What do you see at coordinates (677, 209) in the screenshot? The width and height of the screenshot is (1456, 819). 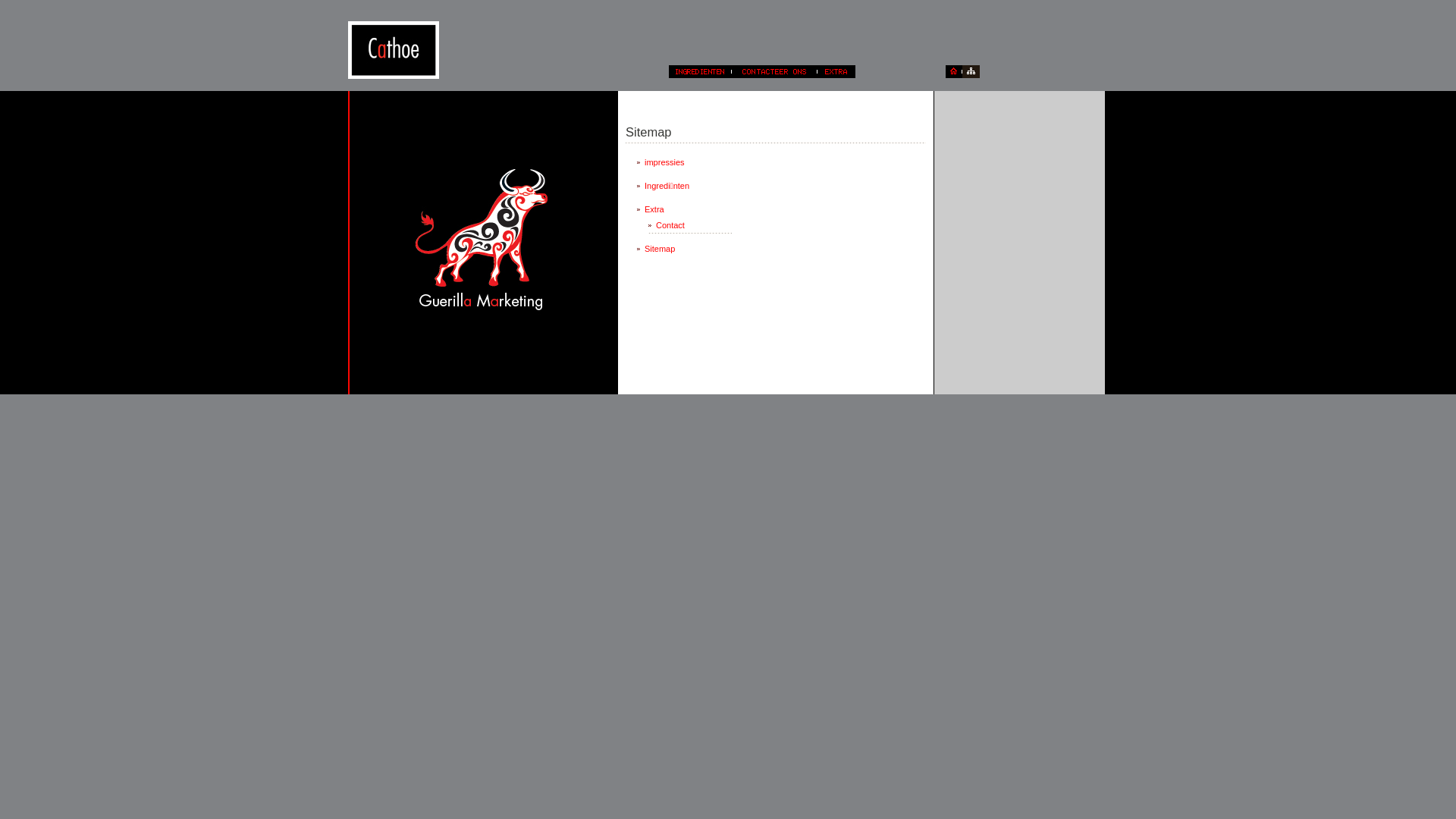 I see `'Extra'` at bounding box center [677, 209].